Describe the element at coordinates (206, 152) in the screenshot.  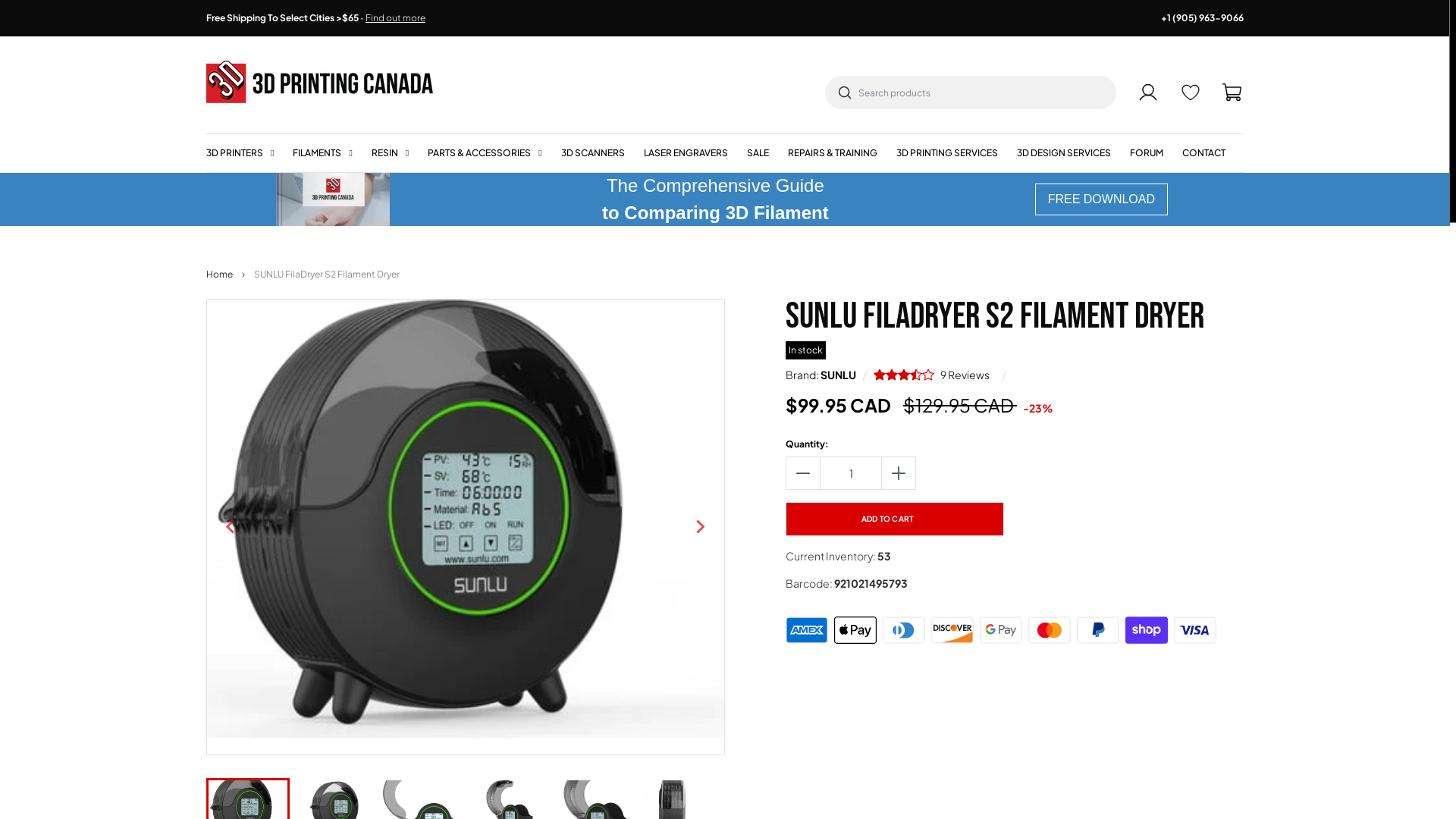
I see `'3D PRINTERS'` at that location.